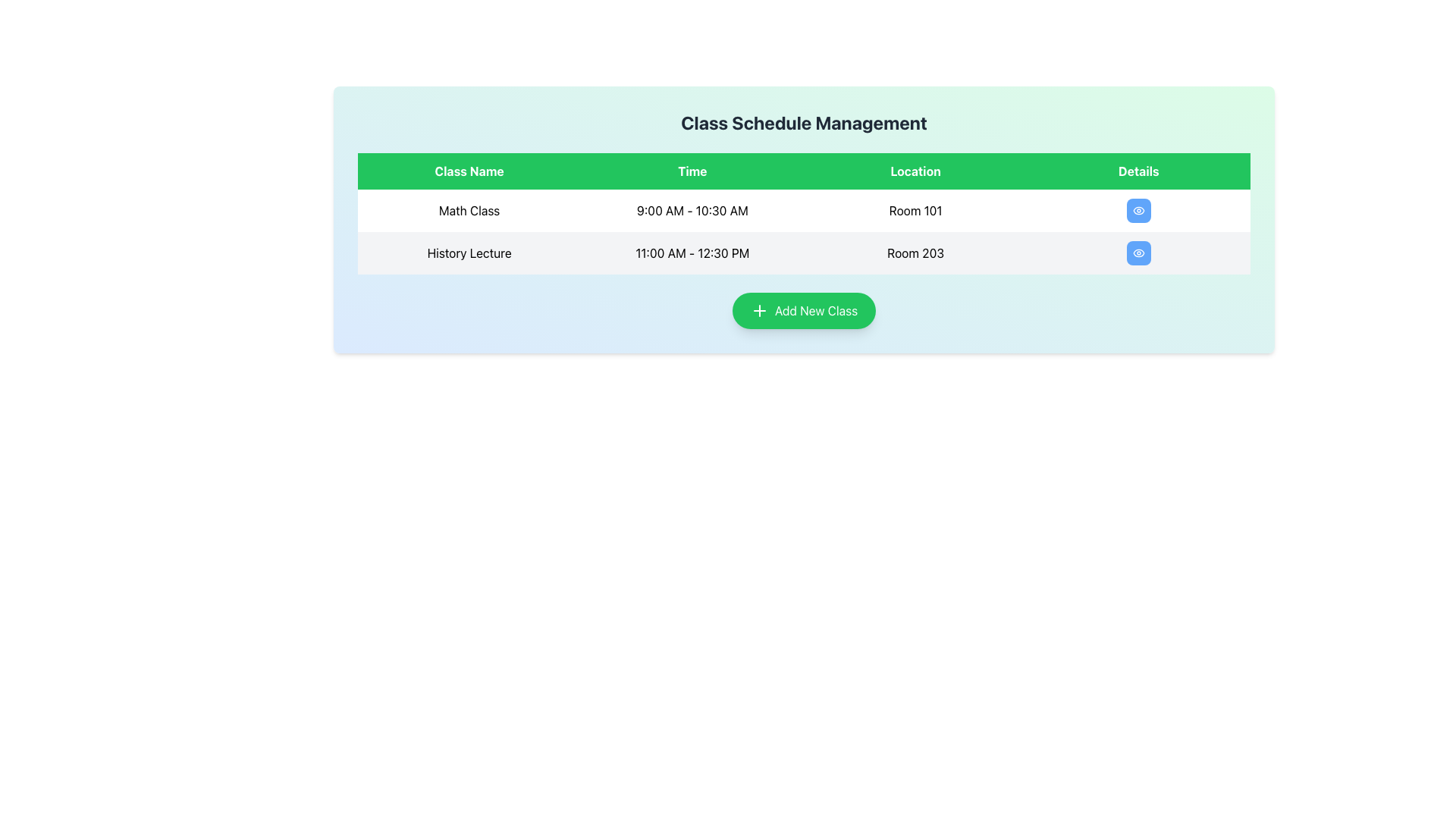 This screenshot has width=1456, height=819. I want to click on the green 'Add New Class' button located at the bottom of the schedule management interface, so click(803, 309).